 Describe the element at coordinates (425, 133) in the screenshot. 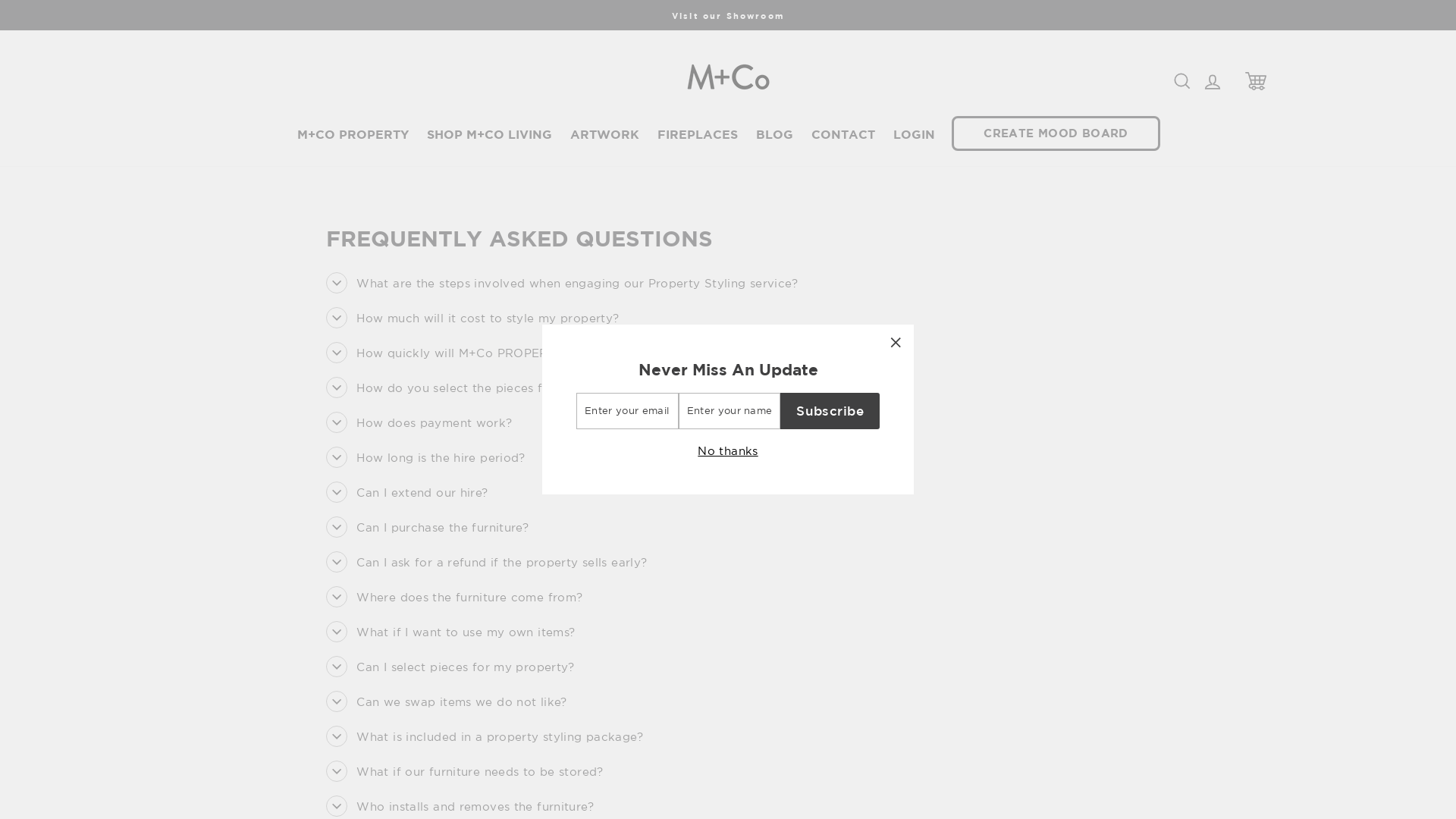

I see `'SHOP M+CO LIVING'` at that location.